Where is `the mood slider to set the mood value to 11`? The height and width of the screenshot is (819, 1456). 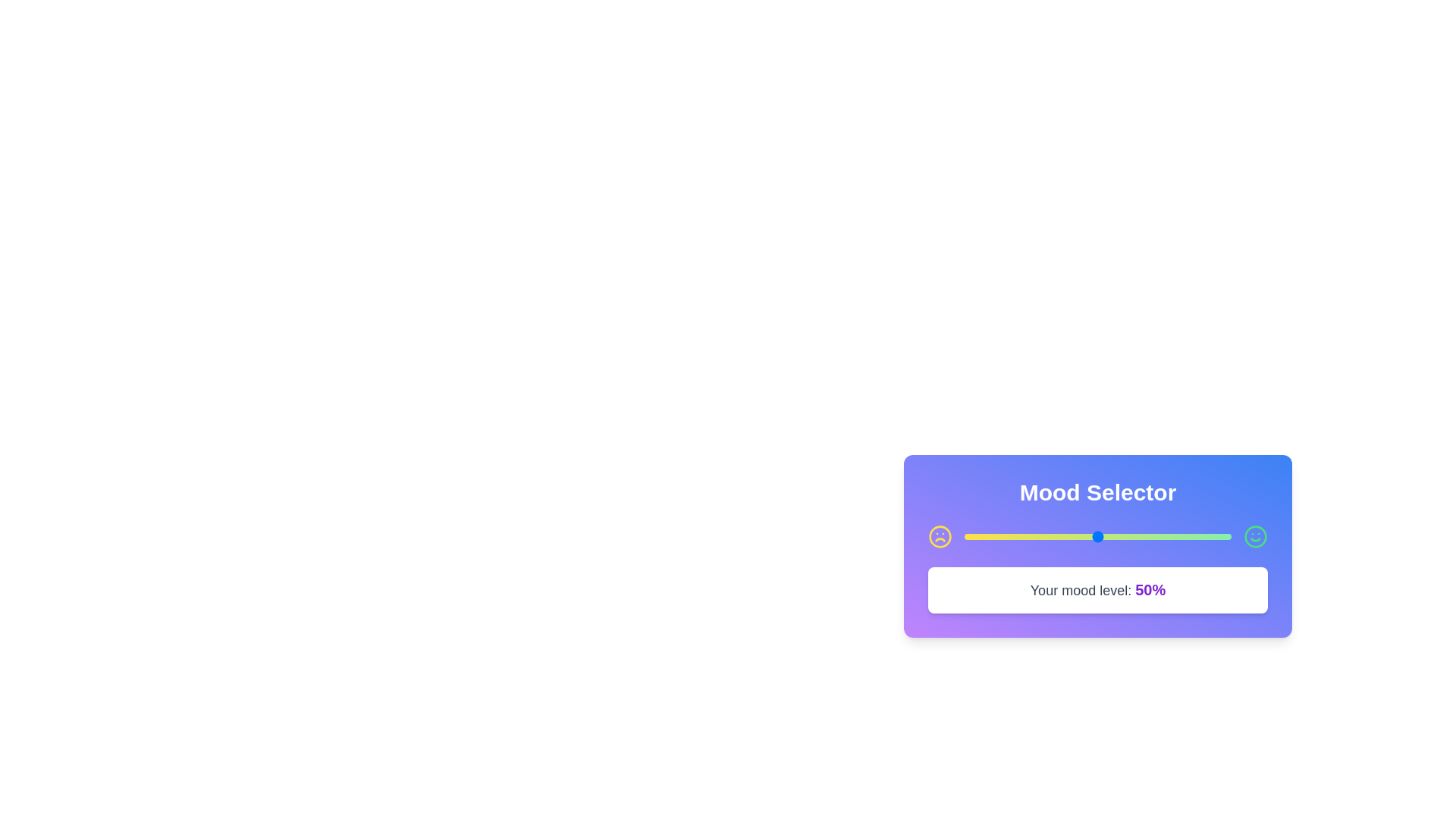 the mood slider to set the mood value to 11 is located at coordinates (993, 536).